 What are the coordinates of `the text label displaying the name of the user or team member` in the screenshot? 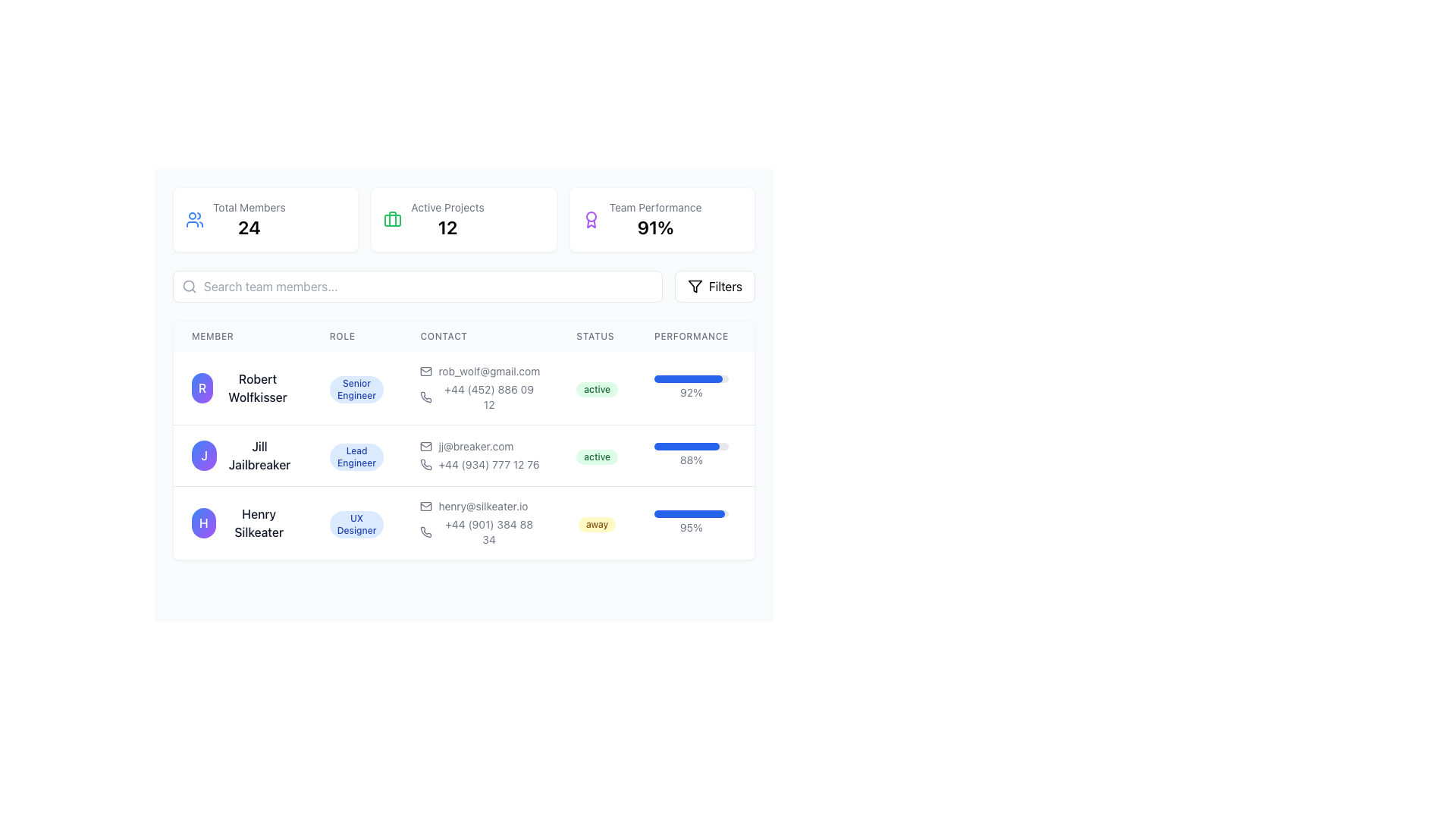 It's located at (259, 522).